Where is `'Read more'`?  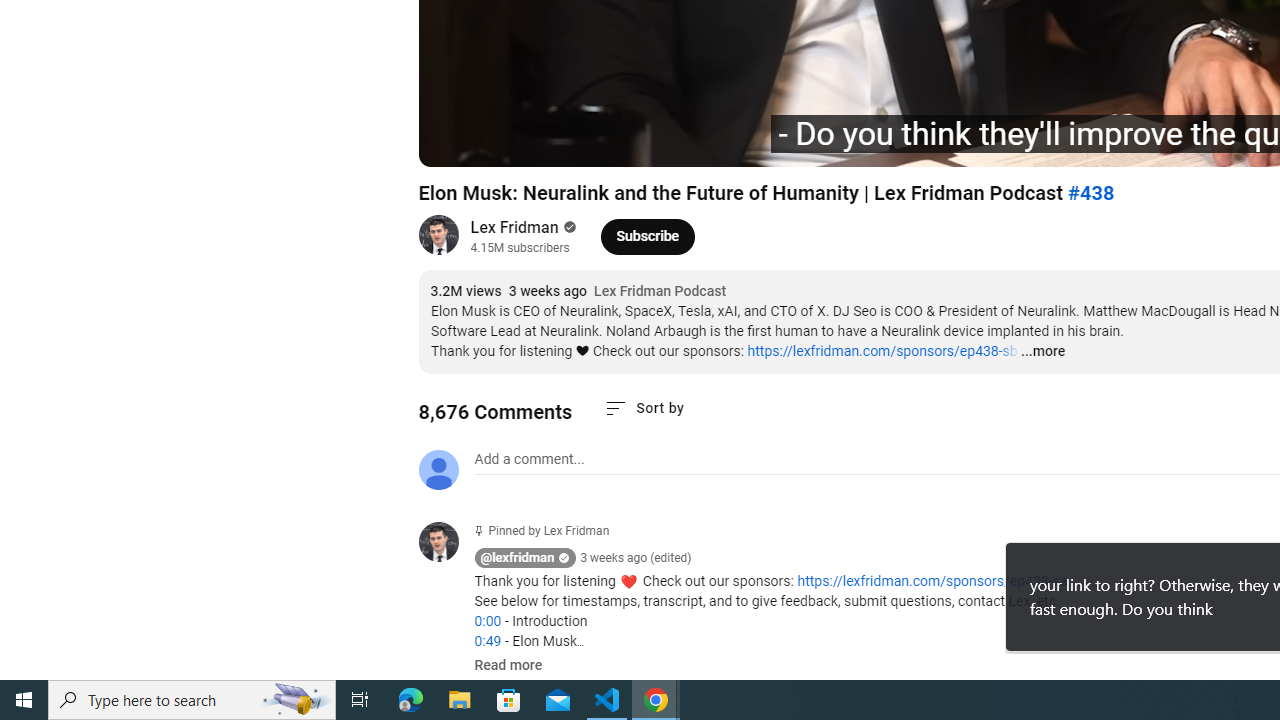 'Read more' is located at coordinates (508, 666).